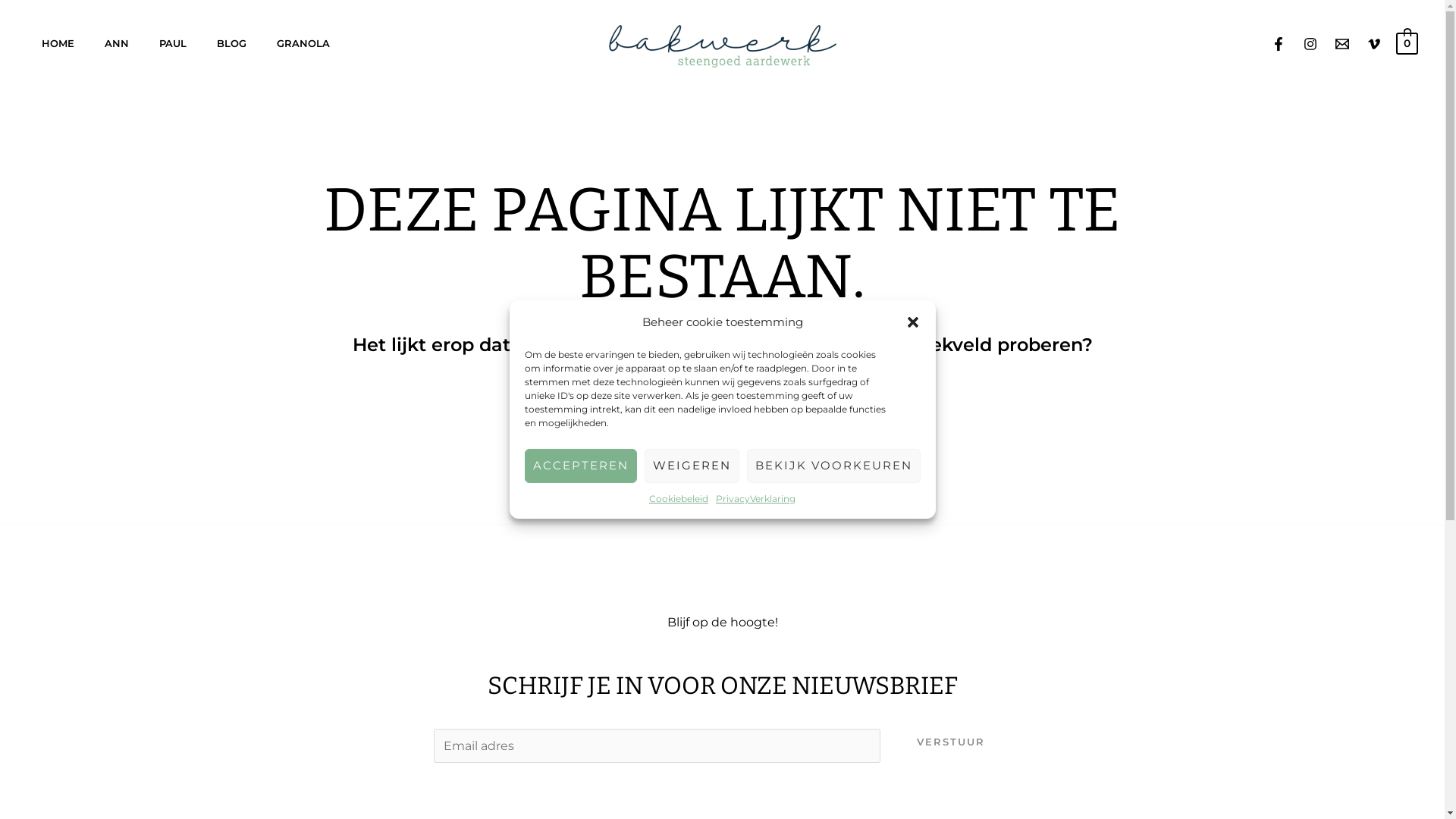  Describe the element at coordinates (755, 499) in the screenshot. I see `'PrivacyVerklaring'` at that location.